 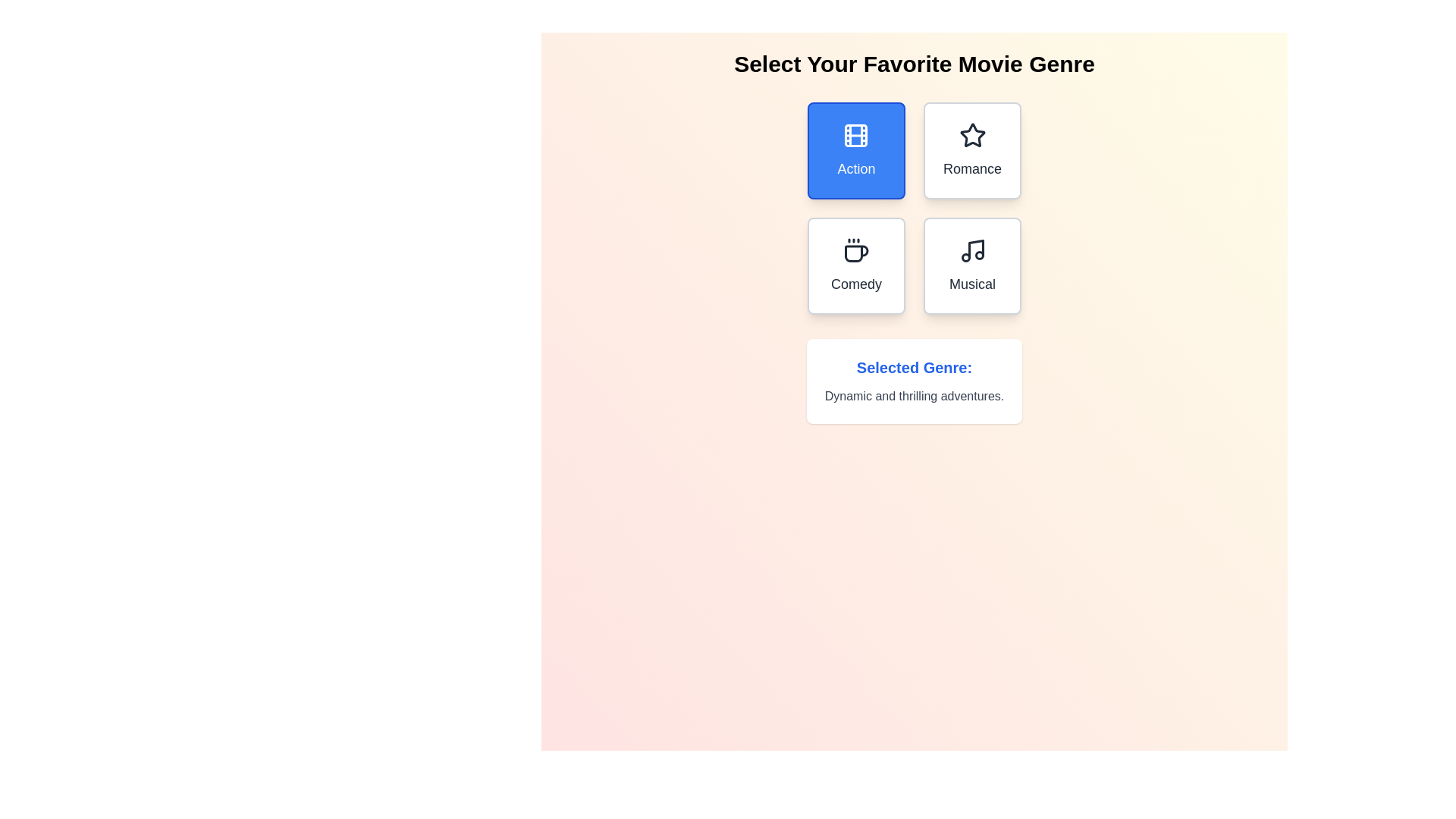 What do you see at coordinates (972, 265) in the screenshot?
I see `the button corresponding to the genre Musical to select it` at bounding box center [972, 265].